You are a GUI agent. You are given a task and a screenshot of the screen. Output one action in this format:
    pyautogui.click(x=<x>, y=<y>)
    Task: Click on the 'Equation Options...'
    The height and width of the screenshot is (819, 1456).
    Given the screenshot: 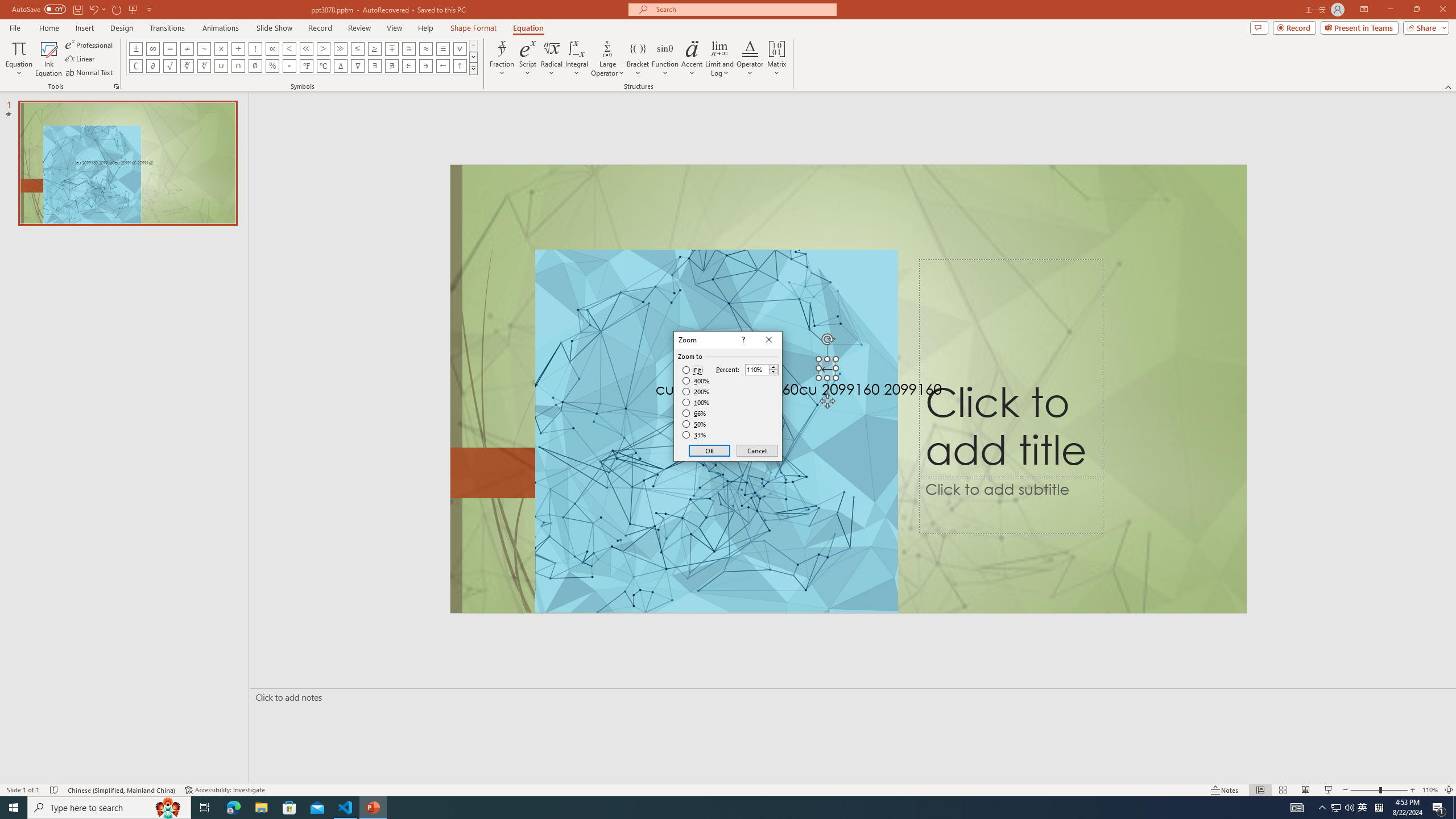 What is the action you would take?
    pyautogui.click(x=115, y=85)
    